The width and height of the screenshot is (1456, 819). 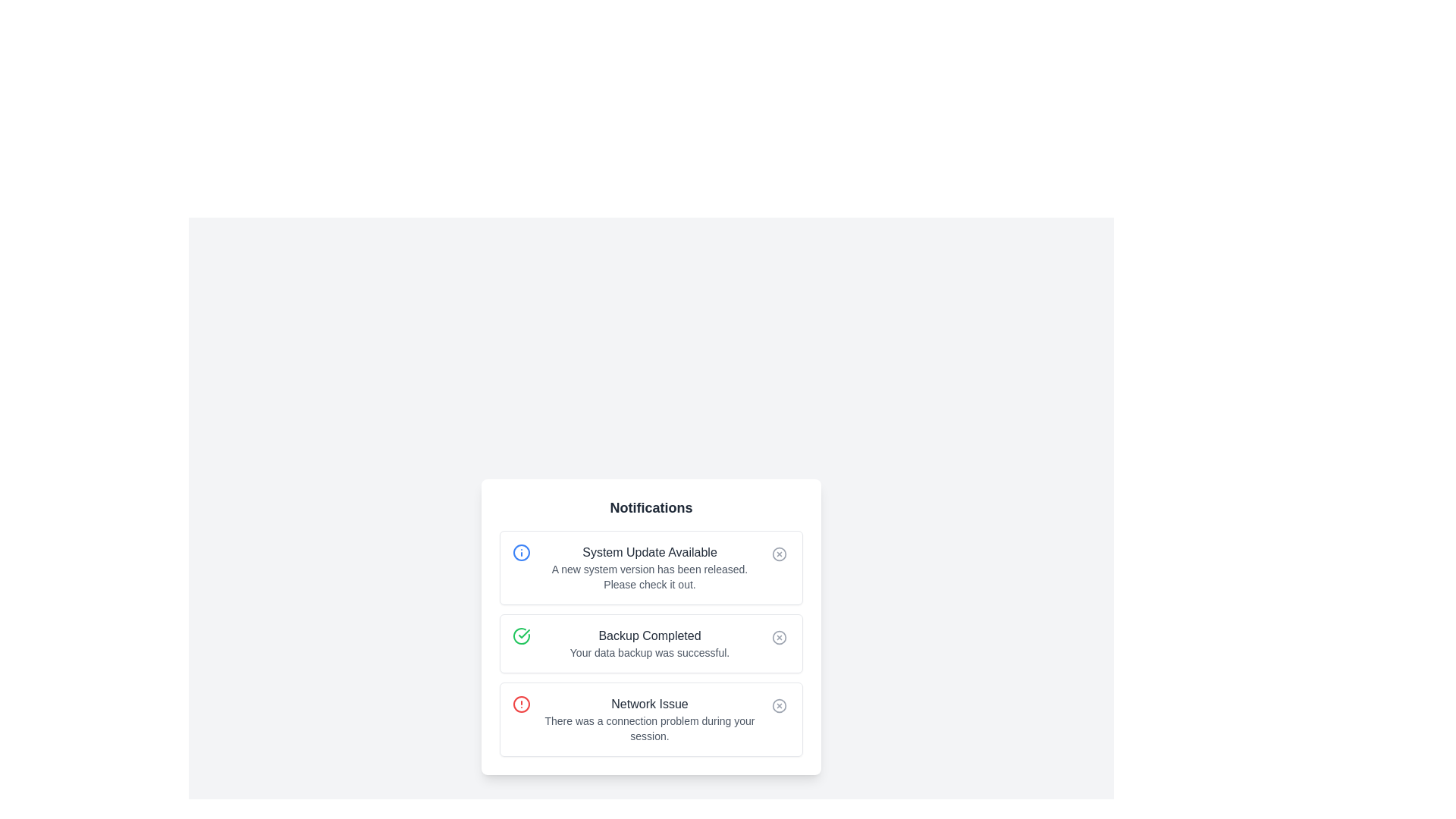 What do you see at coordinates (650, 636) in the screenshot?
I see `the Text Label that summarizes the successful backup event within the notification card` at bounding box center [650, 636].